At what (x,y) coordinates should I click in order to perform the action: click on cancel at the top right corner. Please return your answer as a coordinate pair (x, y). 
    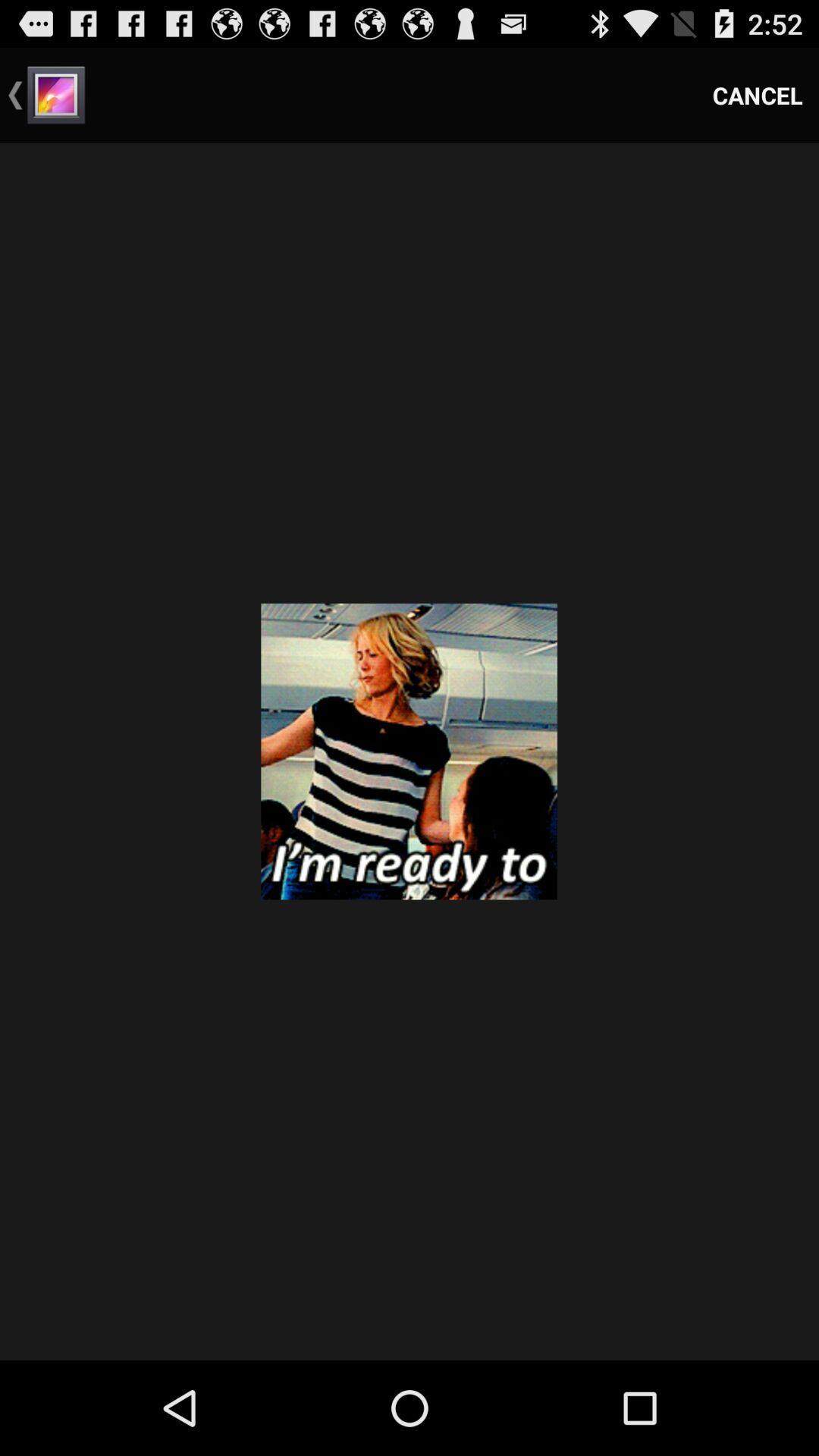
    Looking at the image, I should click on (758, 94).